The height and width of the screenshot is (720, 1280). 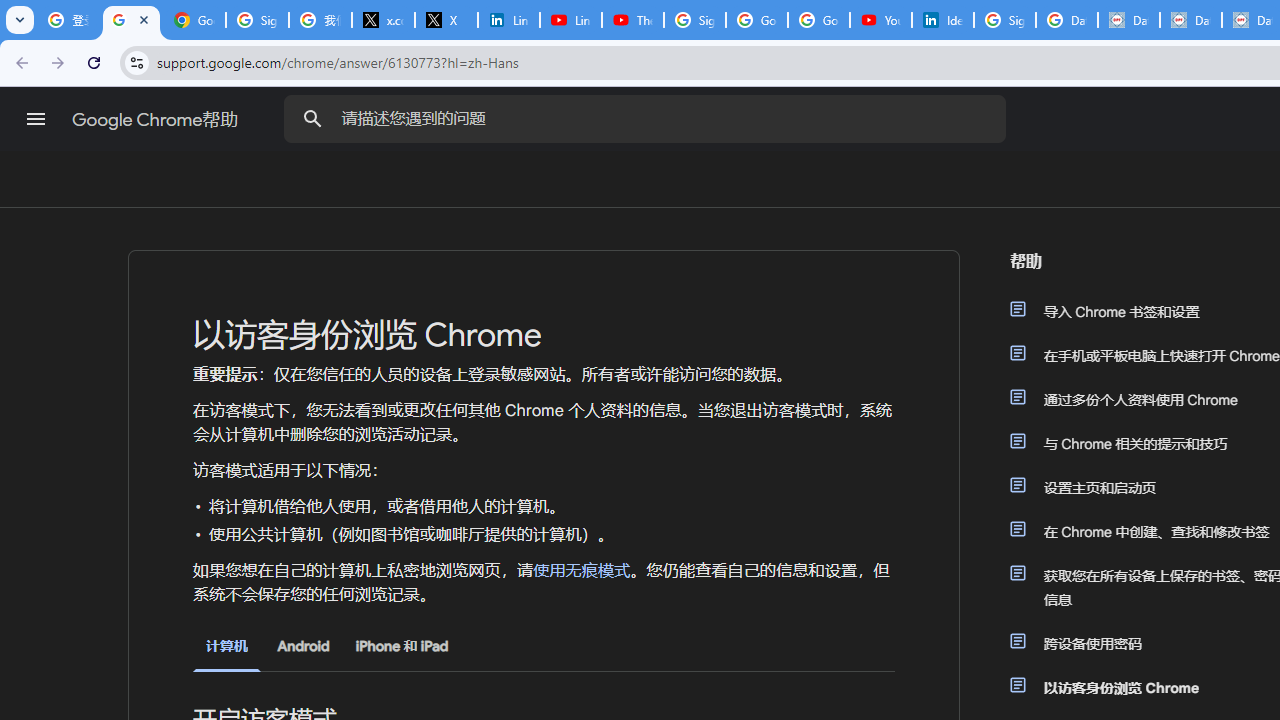 What do you see at coordinates (1128, 20) in the screenshot?
I see `'Data Privacy Framework'` at bounding box center [1128, 20].